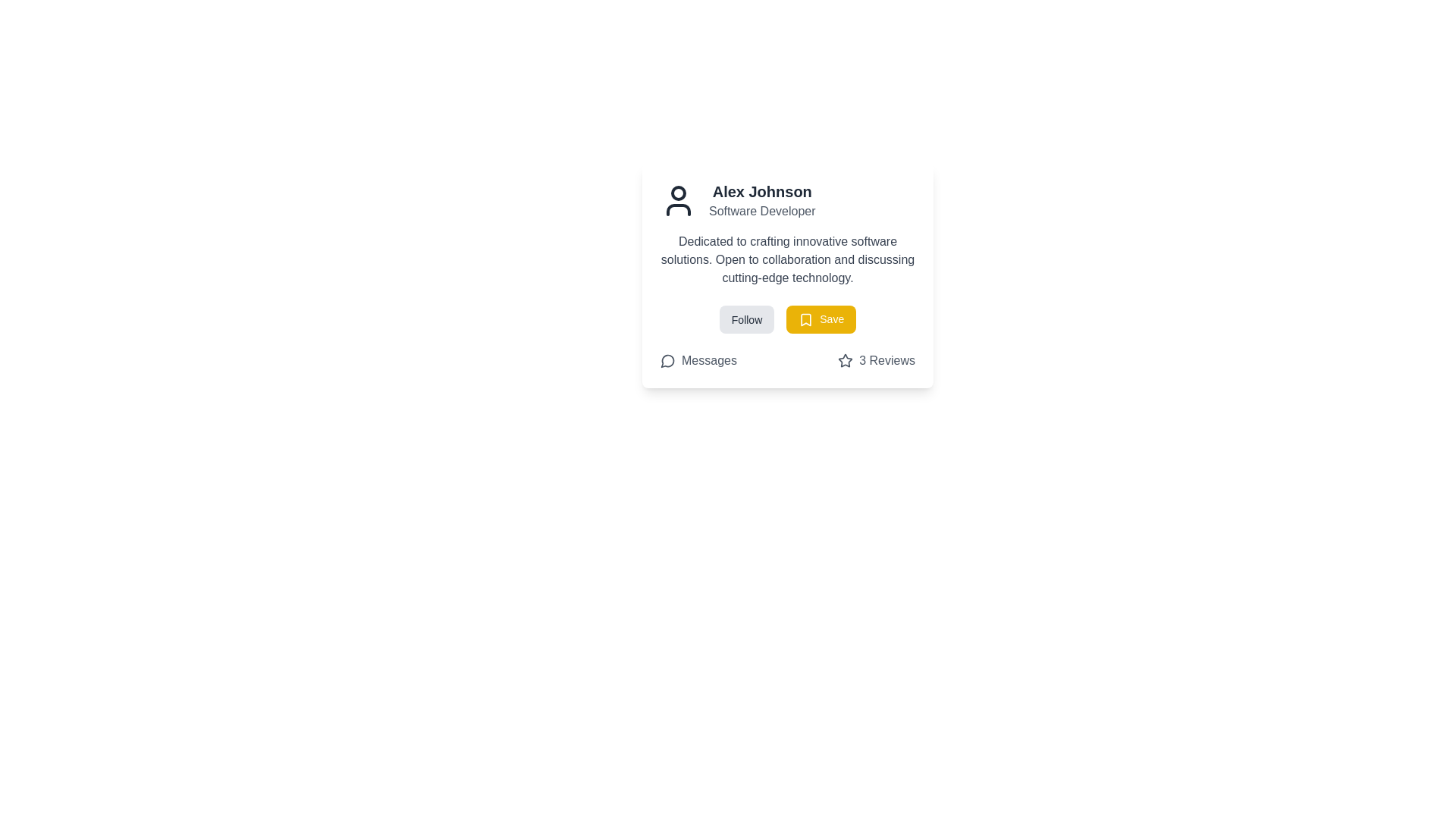 Image resolution: width=1456 pixels, height=819 pixels. Describe the element at coordinates (708, 361) in the screenshot. I see `the text label indicating messaging-related functionality, located immediately to the right of a small speech bubble icon` at that location.